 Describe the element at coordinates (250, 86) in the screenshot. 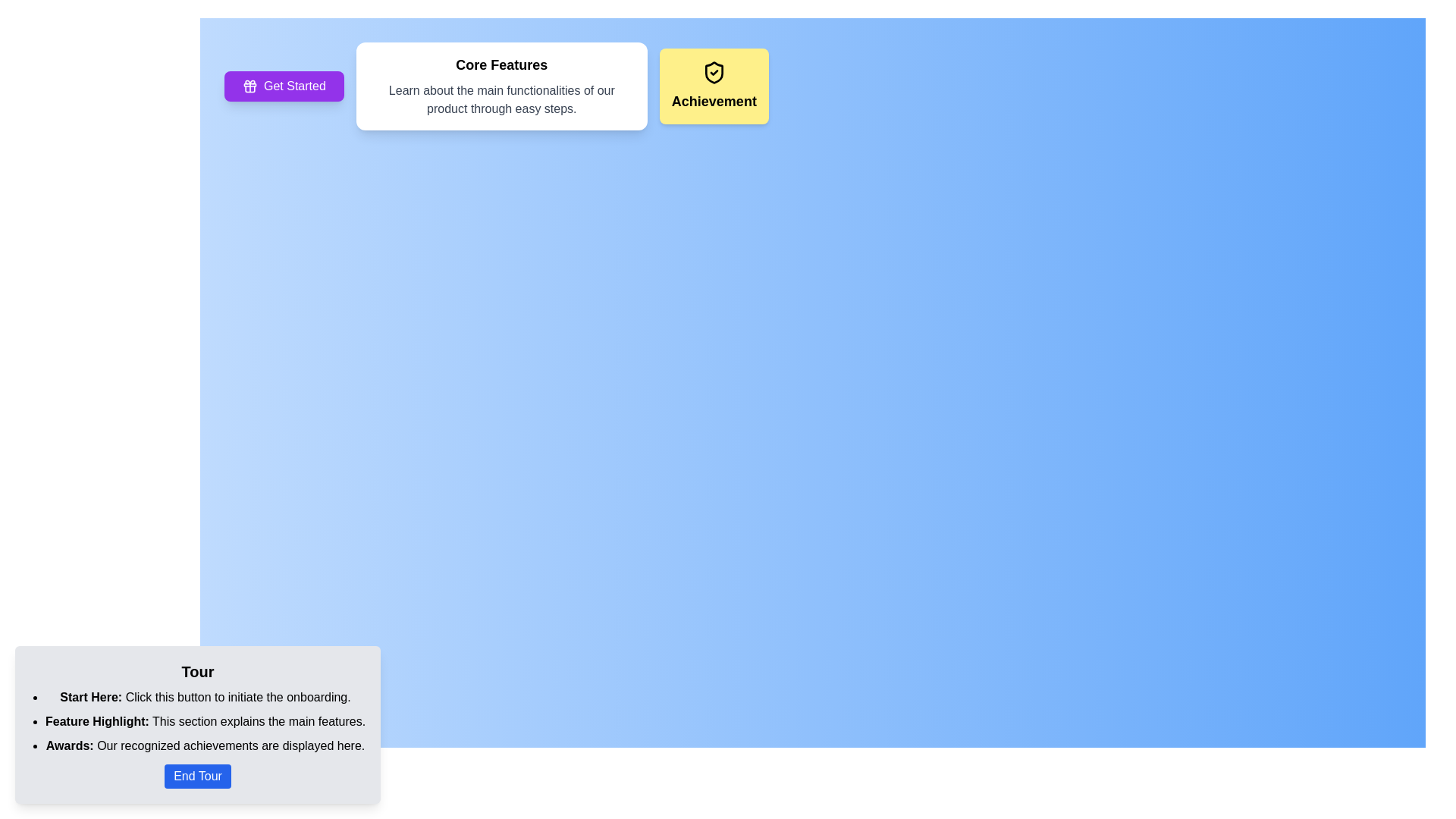

I see `the gift icon located within the purple 'Get Started' button in the top-left portion of the interface` at that location.